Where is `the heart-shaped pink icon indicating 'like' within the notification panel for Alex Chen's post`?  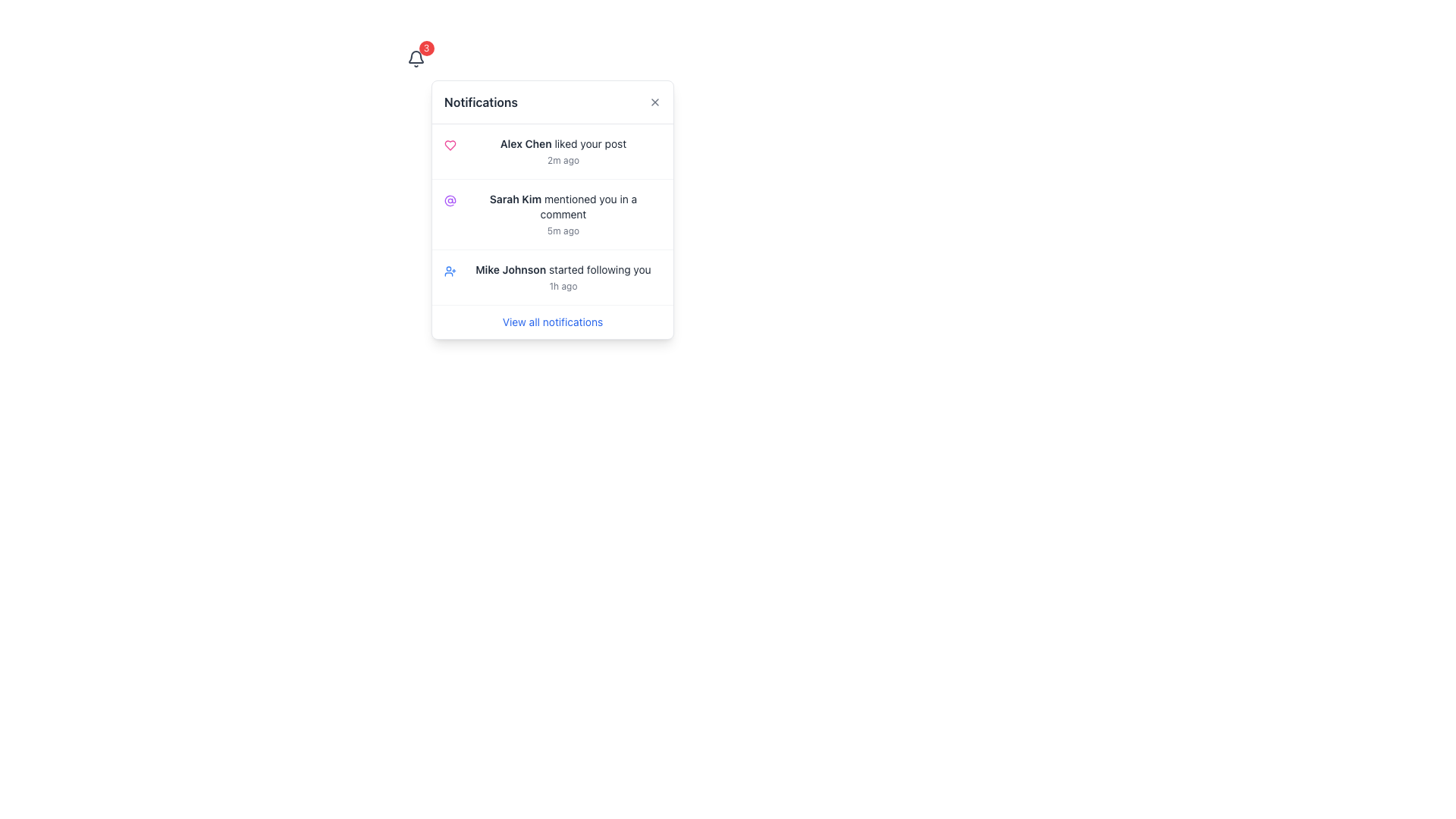
the heart-shaped pink icon indicating 'like' within the notification panel for Alex Chen's post is located at coordinates (450, 146).